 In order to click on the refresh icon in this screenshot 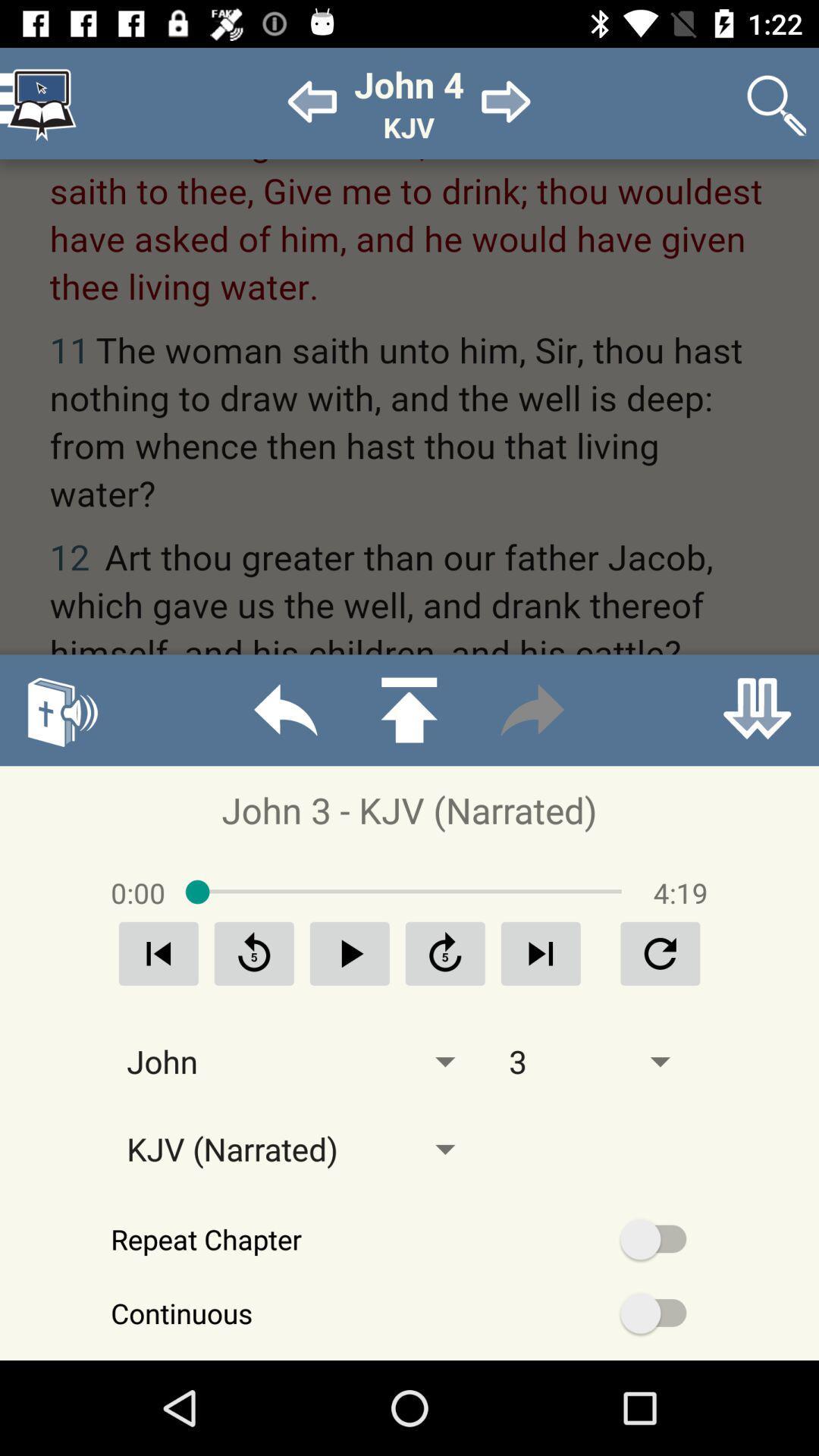, I will do `click(659, 952)`.